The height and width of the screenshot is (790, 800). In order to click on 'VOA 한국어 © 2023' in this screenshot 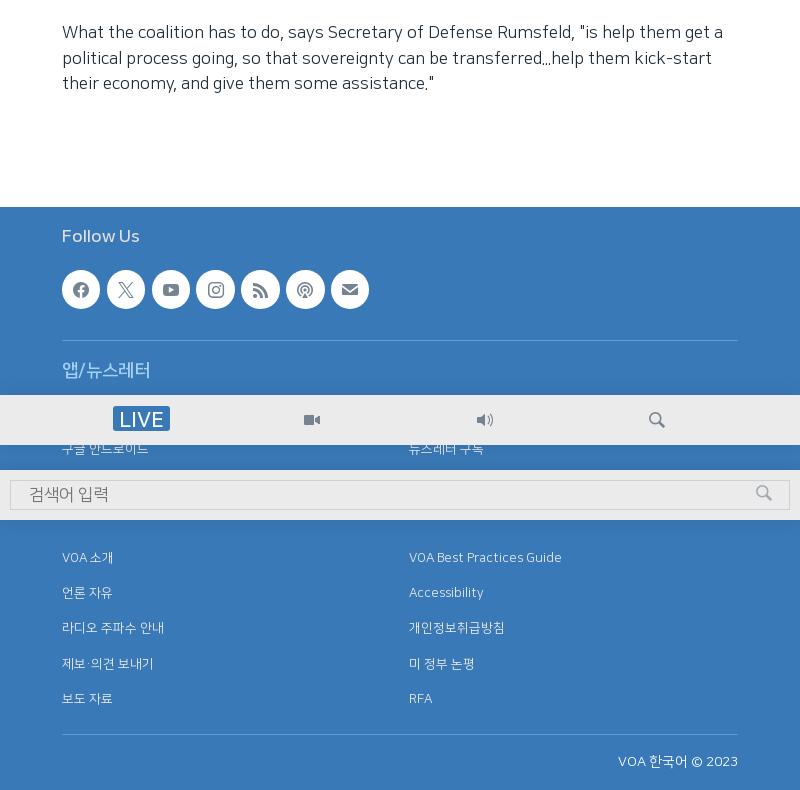, I will do `click(678, 762)`.